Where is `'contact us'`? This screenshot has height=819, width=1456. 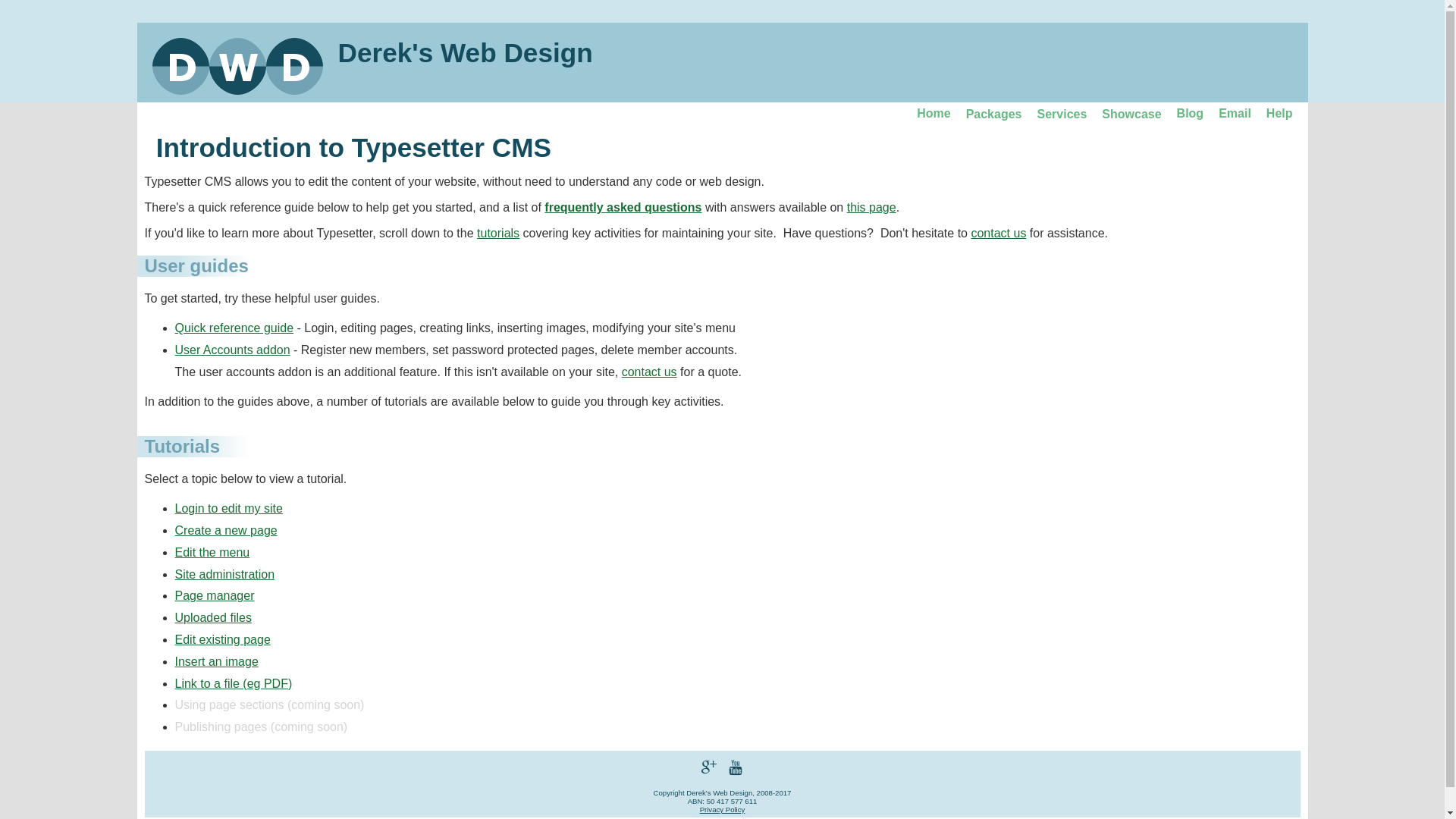
'contact us' is located at coordinates (649, 372).